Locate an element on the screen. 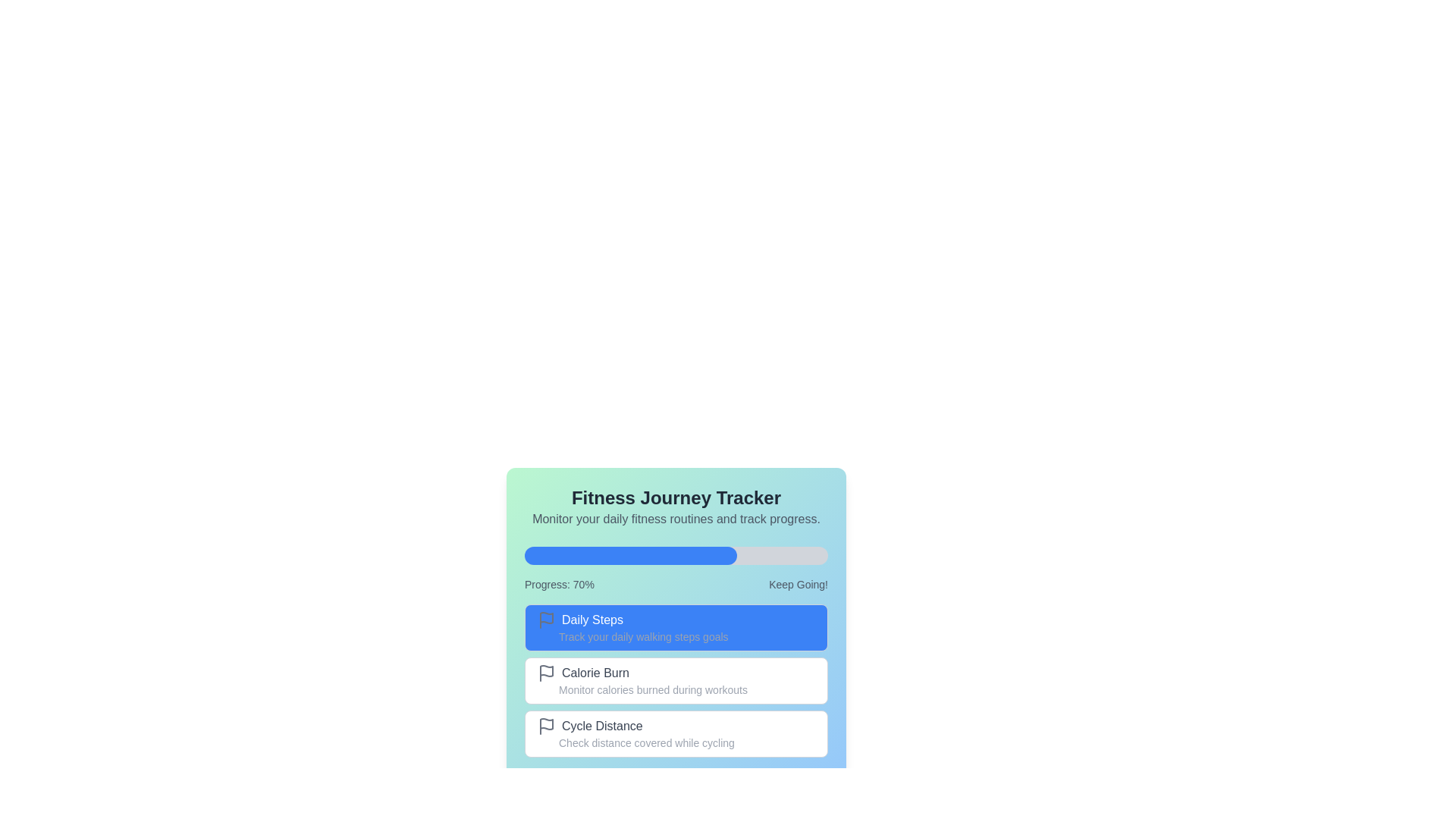 This screenshot has width=1456, height=819. the 'Fitness Journey Tracker' header text element is located at coordinates (676, 497).